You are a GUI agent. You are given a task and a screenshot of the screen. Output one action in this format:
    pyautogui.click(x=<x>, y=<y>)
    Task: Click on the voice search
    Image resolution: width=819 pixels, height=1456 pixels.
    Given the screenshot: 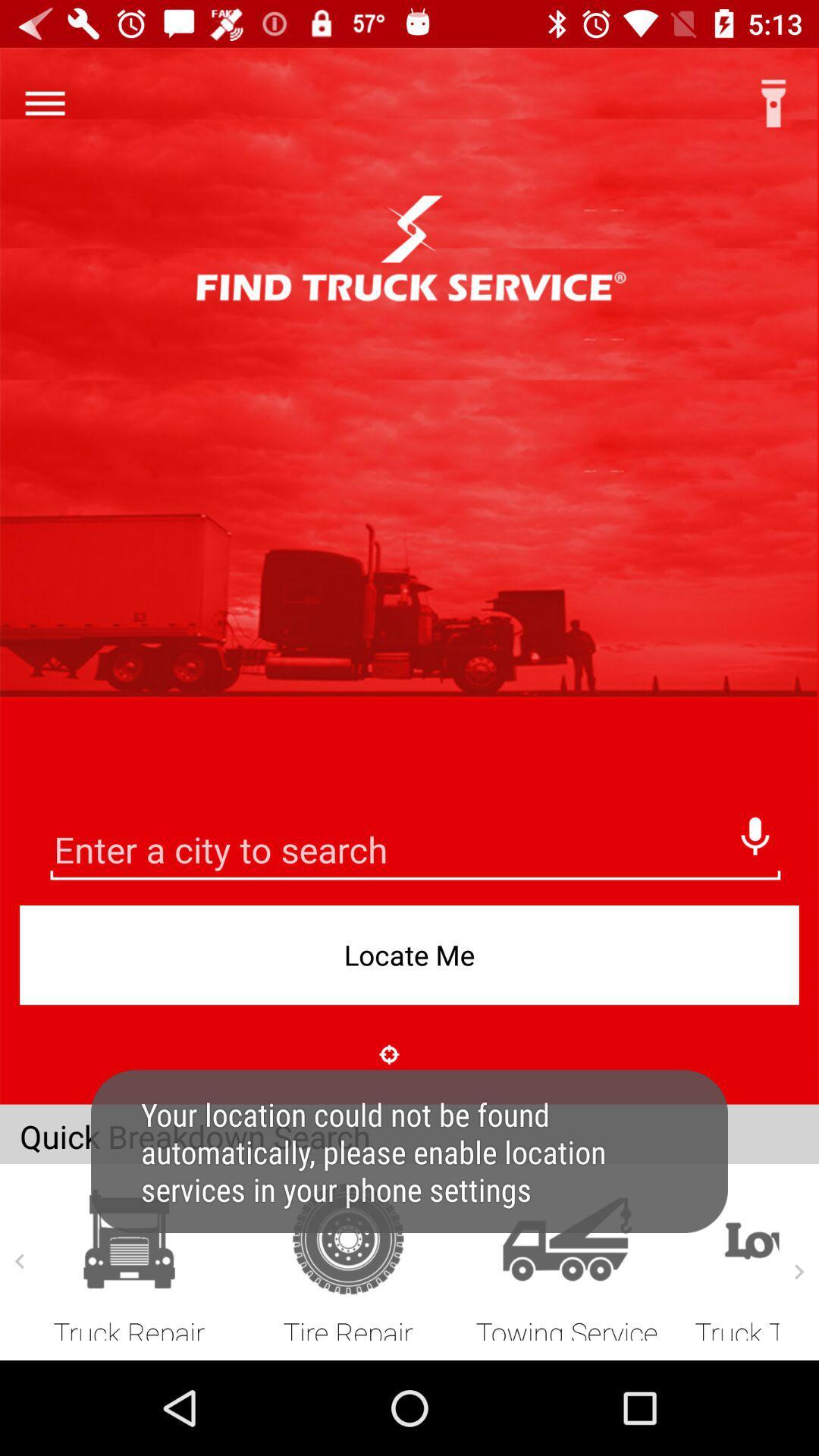 What is the action you would take?
    pyautogui.click(x=755, y=831)
    